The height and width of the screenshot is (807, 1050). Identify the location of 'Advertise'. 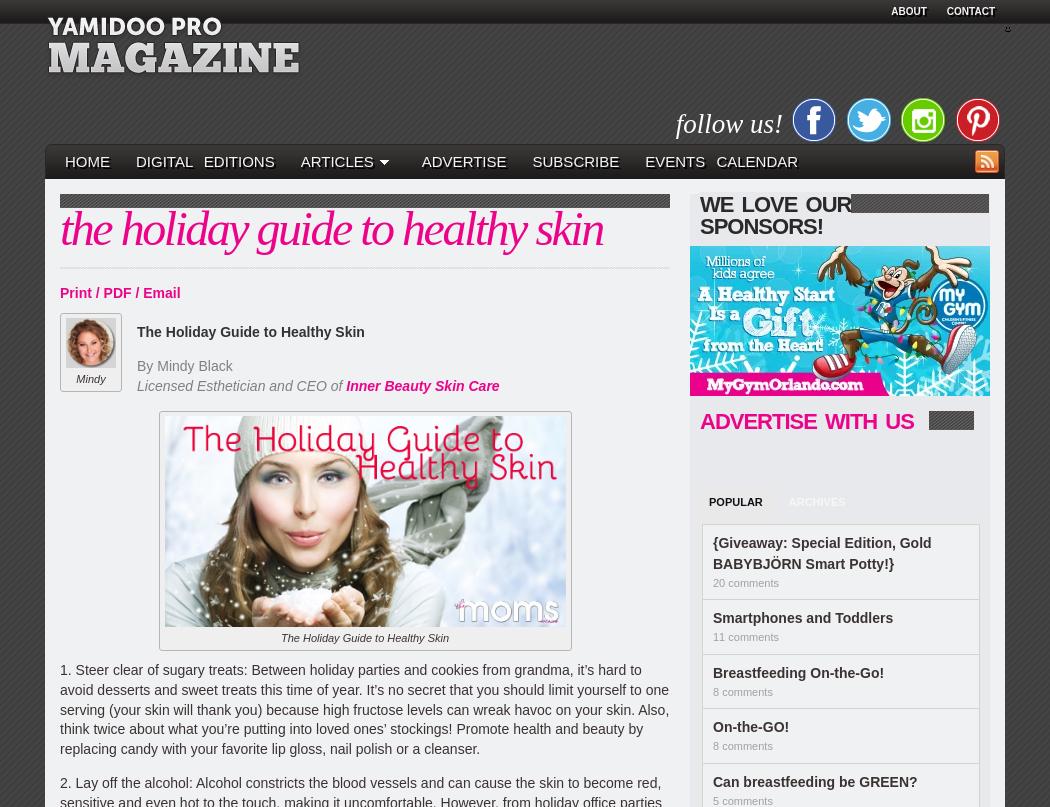
(463, 160).